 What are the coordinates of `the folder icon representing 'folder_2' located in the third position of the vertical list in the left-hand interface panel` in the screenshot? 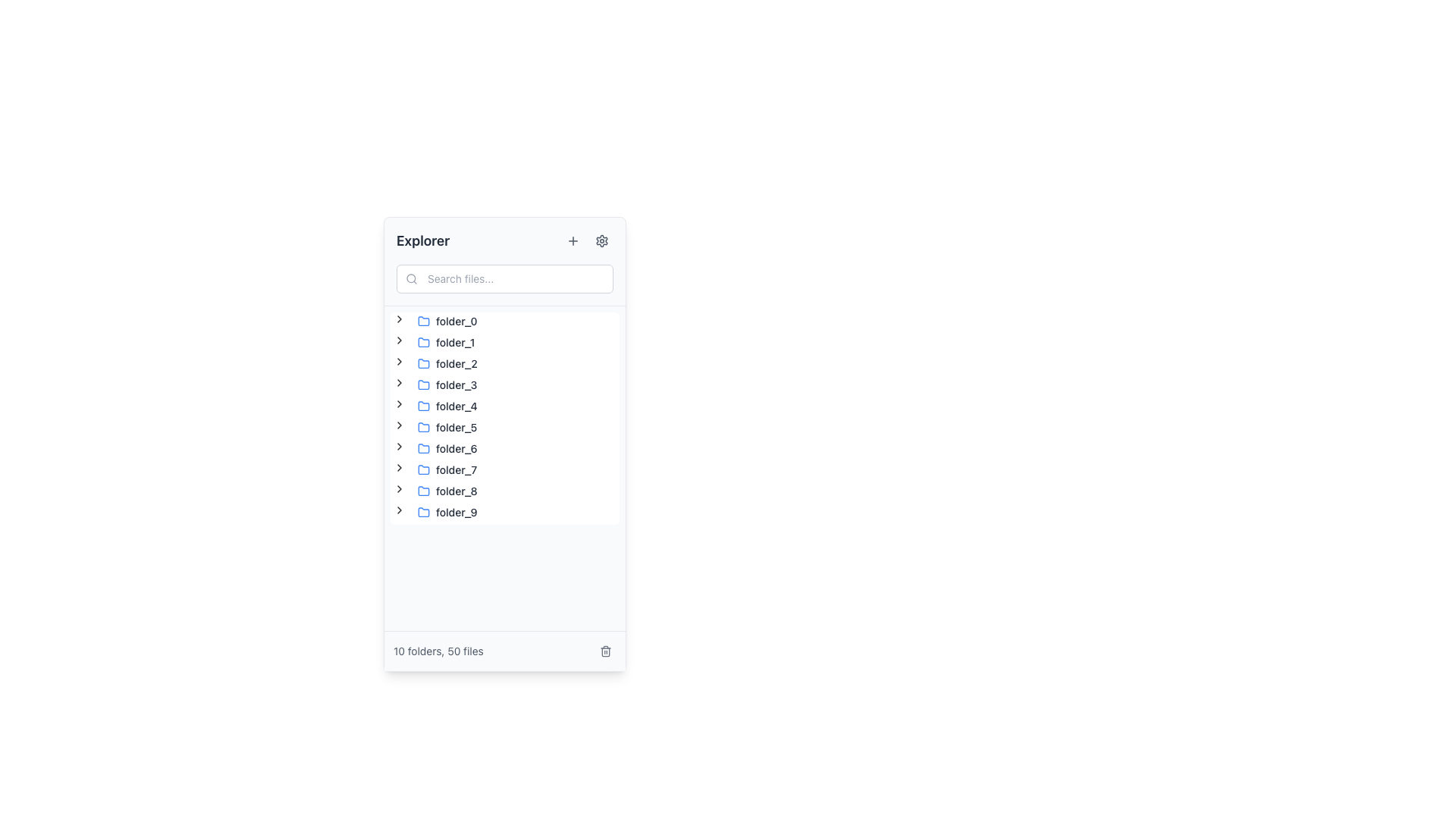 It's located at (423, 362).